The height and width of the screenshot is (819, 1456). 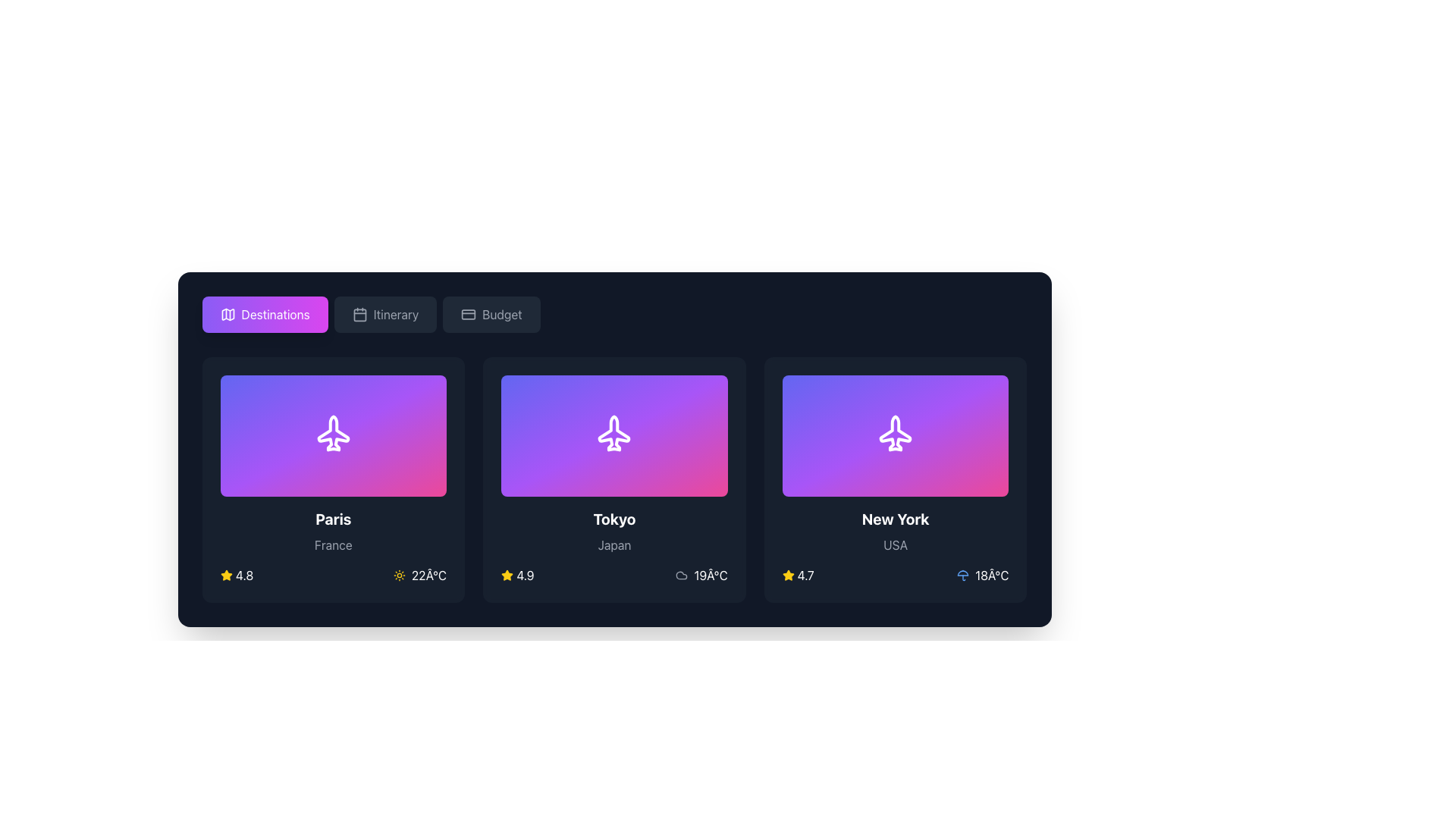 I want to click on the sun icon representing sunny weather, located to the left of the '22°C' text and below the '4.8' rating star in the card for 'Paris, France', so click(x=399, y=576).